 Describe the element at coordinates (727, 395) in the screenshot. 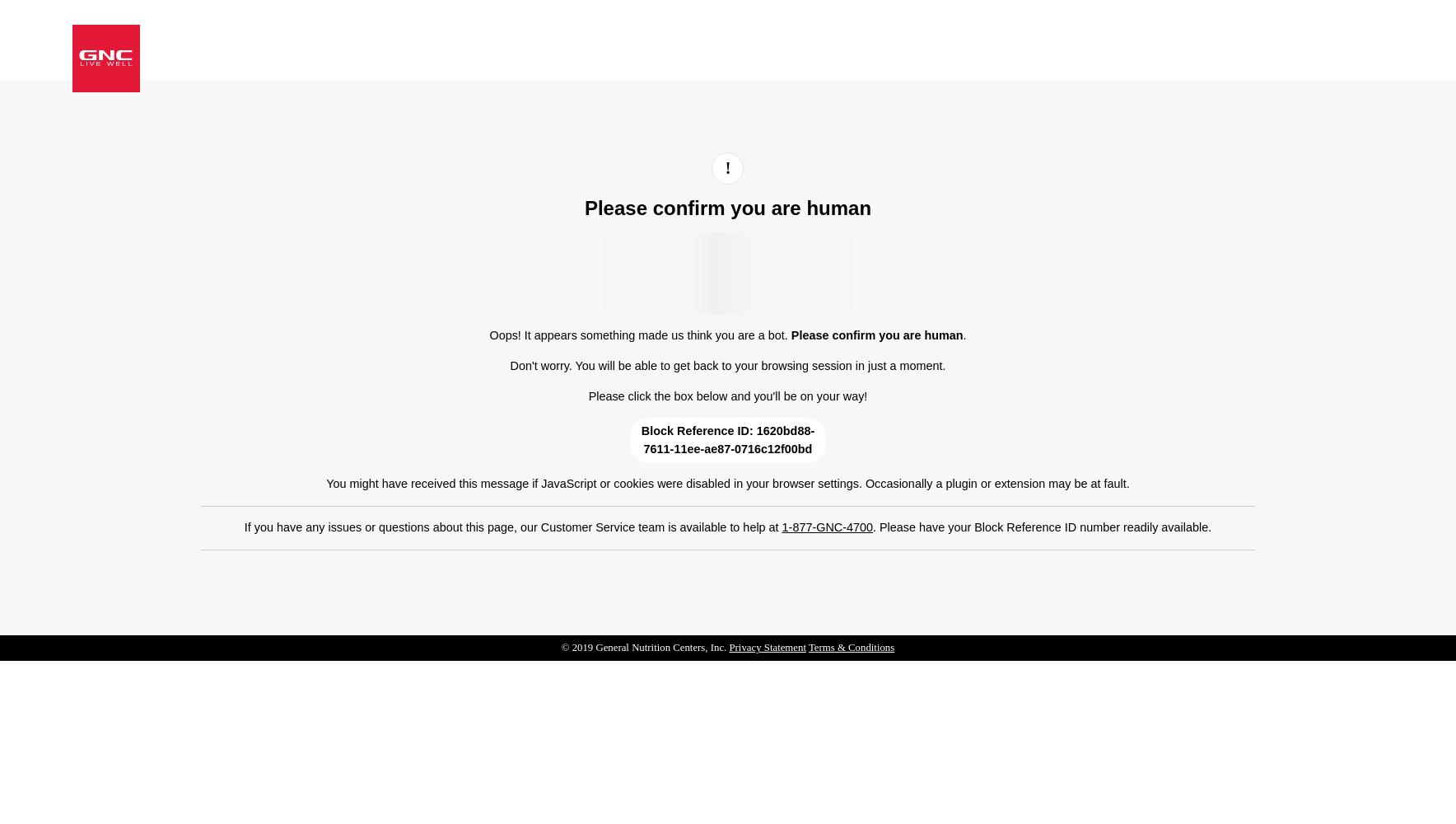

I see `'Please click the box below and you'll be on your way!'` at that location.